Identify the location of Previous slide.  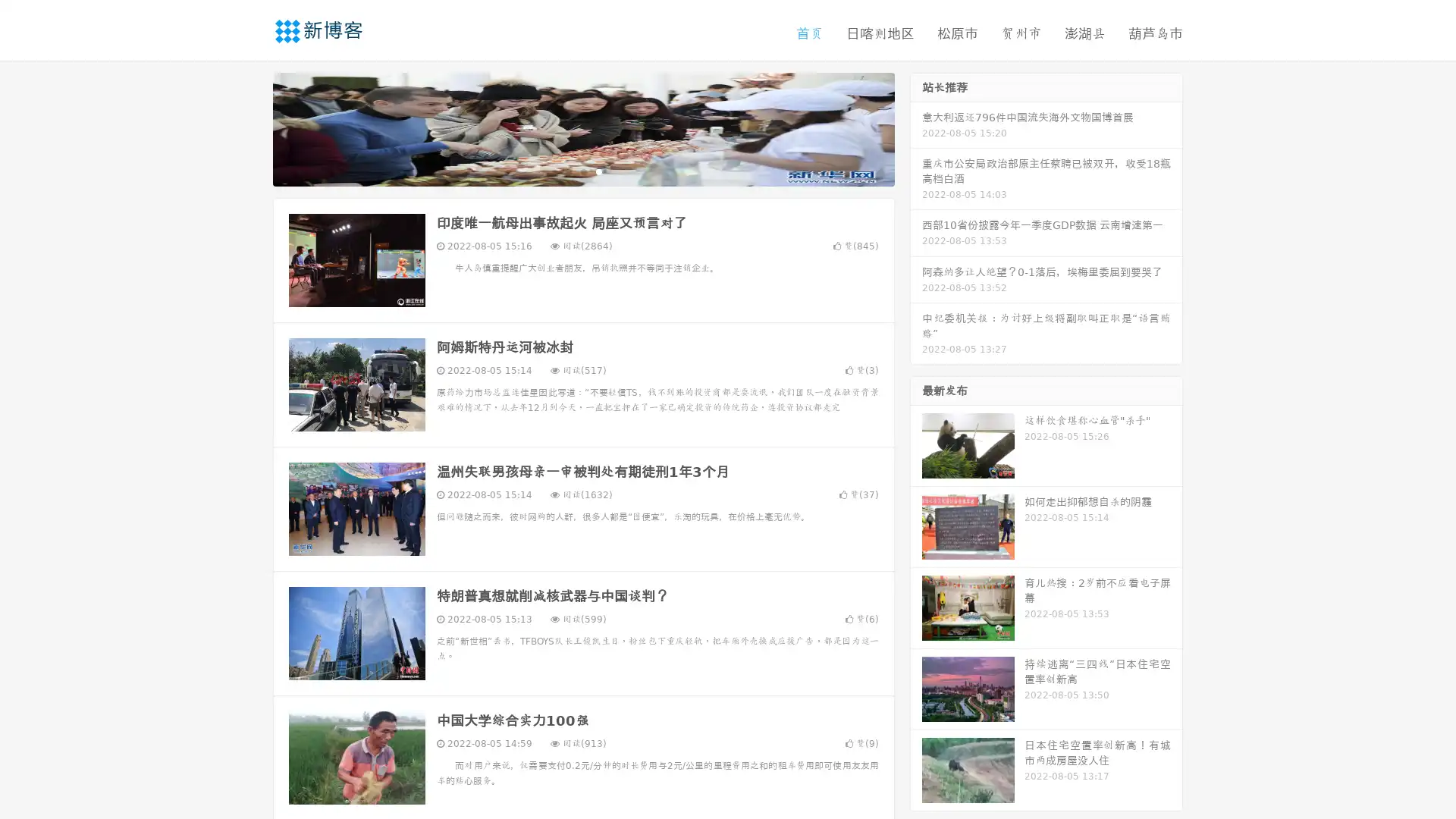
(250, 127).